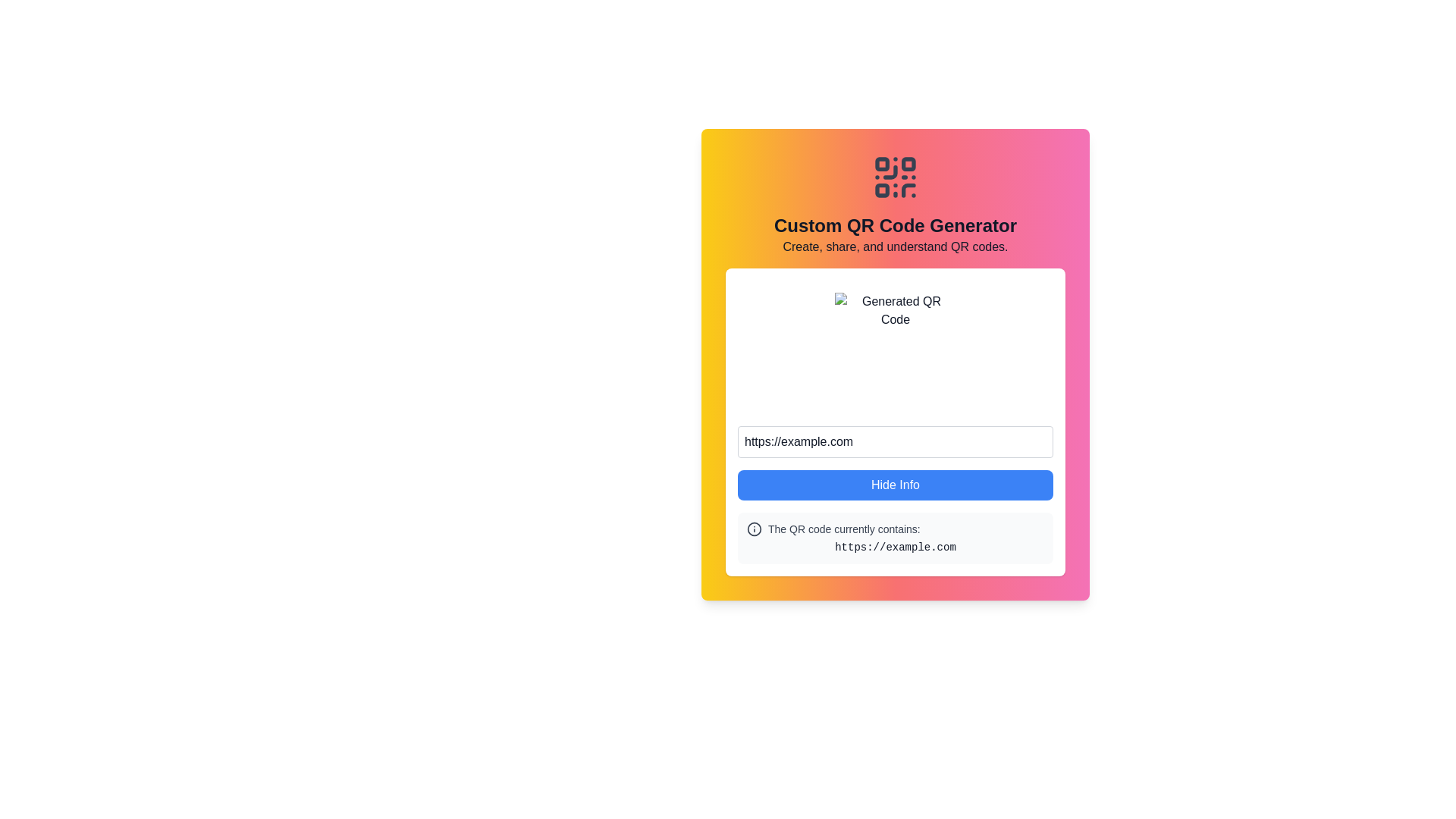  Describe the element at coordinates (895, 225) in the screenshot. I see `the Header text displaying 'Custom QR Code Generator' which is prominently styled and located at the top of the main section` at that location.